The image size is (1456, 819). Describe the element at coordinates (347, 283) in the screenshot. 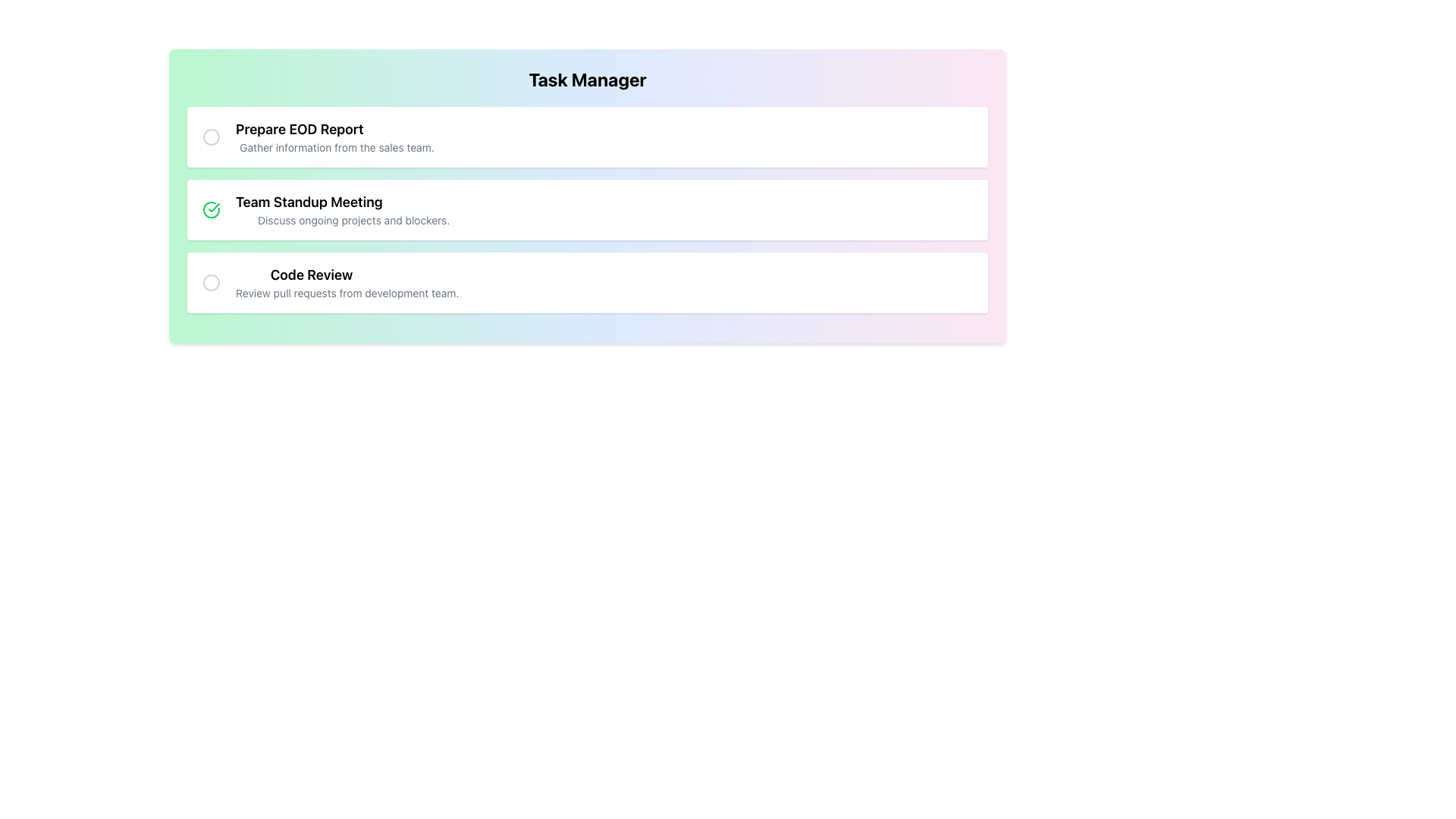

I see `to select or view details of the task list item titled 'Code Review' with low priority and the description 'Review pull requests from development team'` at that location.